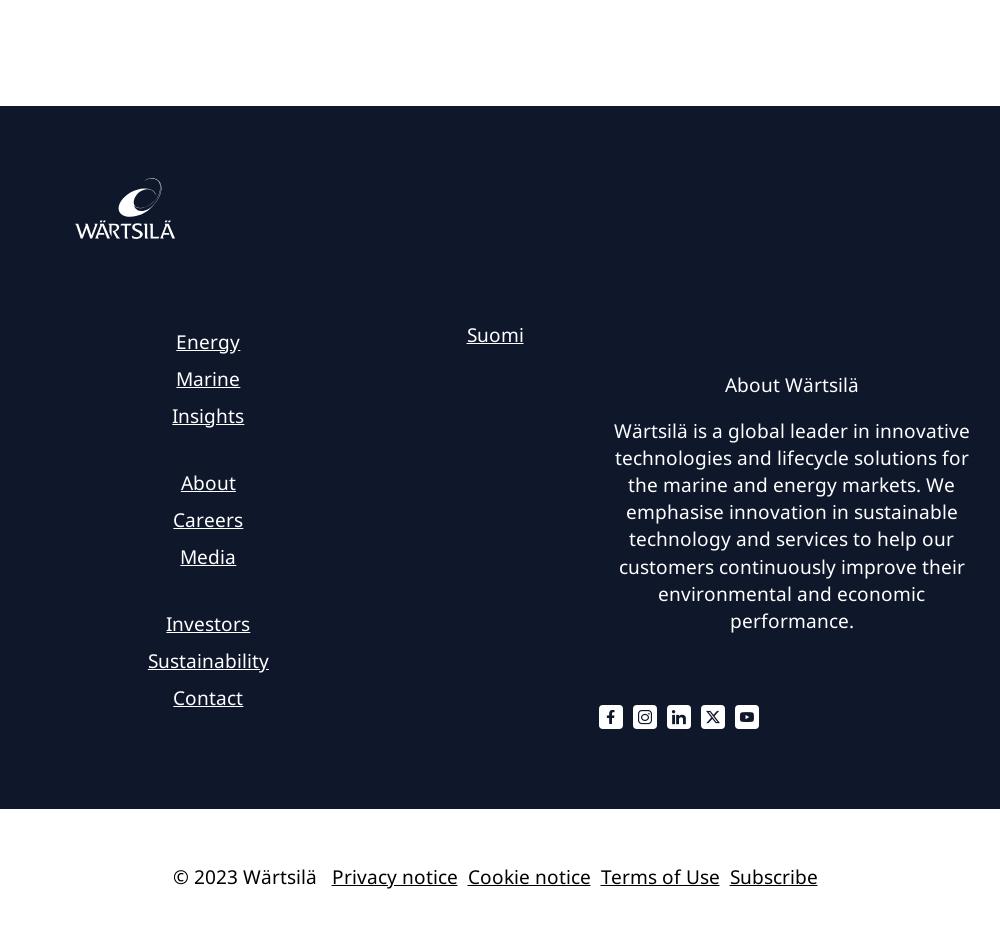  What do you see at coordinates (207, 623) in the screenshot?
I see `'Investors'` at bounding box center [207, 623].